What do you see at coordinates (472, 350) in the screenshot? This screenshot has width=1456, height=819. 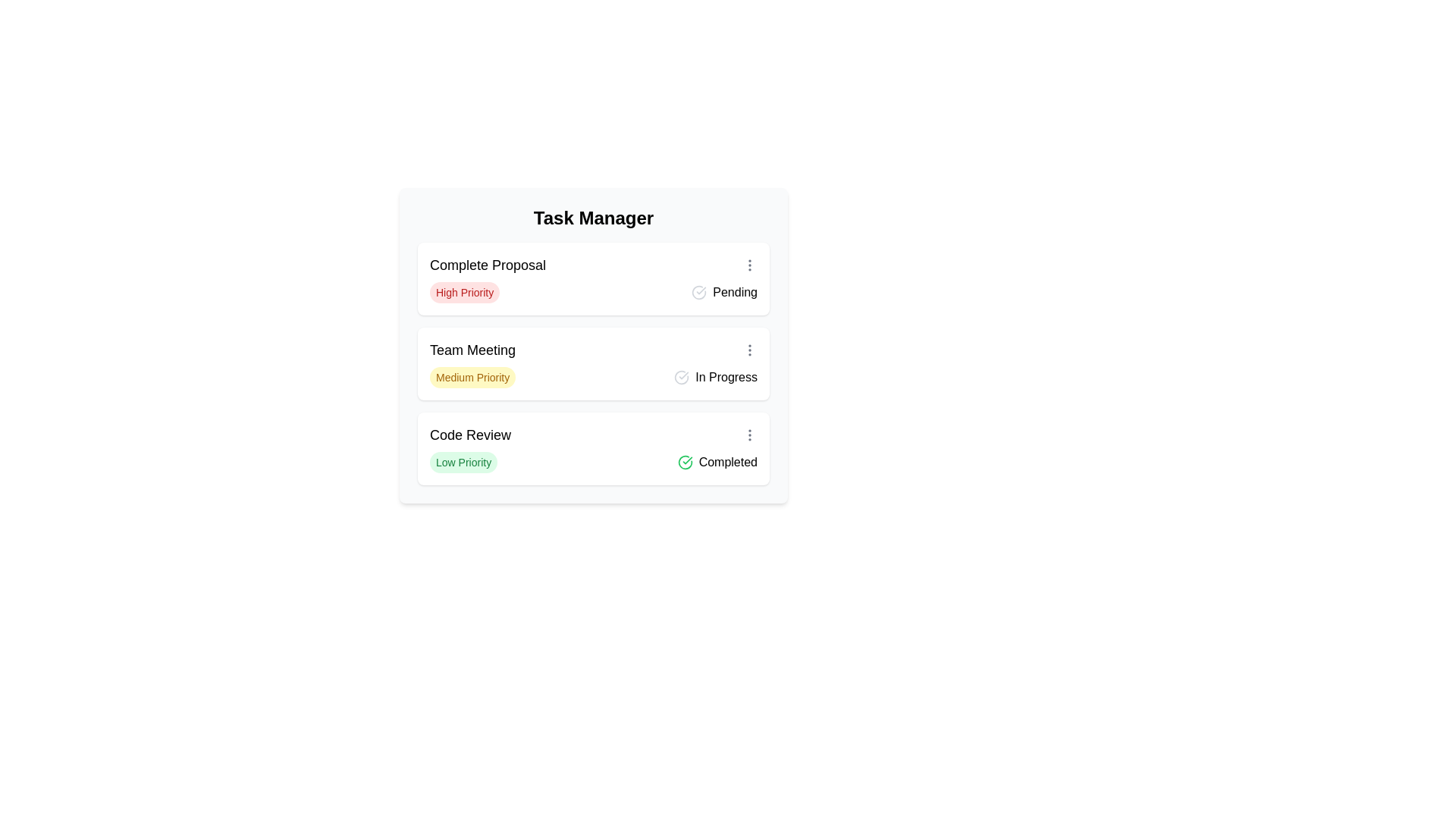 I see `the text label 'Team Meeting' located in the second task card of the Task Manager interface, which is styled in medium bold font and is positioned between 'Complete Proposal' and 'Code Review' cards` at bounding box center [472, 350].